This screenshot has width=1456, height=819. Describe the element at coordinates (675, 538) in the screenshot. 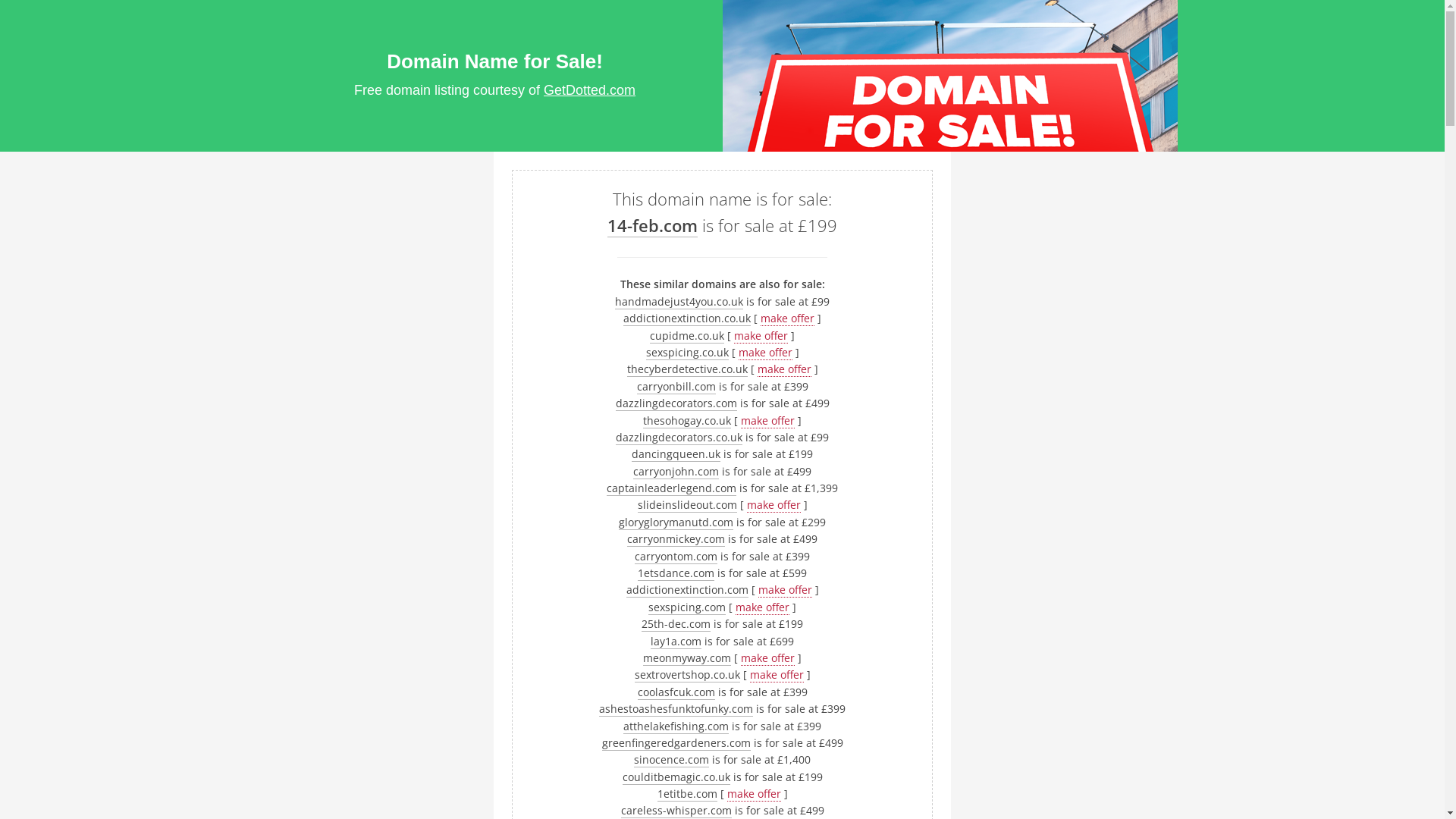

I see `'carryonmickey.com'` at that location.